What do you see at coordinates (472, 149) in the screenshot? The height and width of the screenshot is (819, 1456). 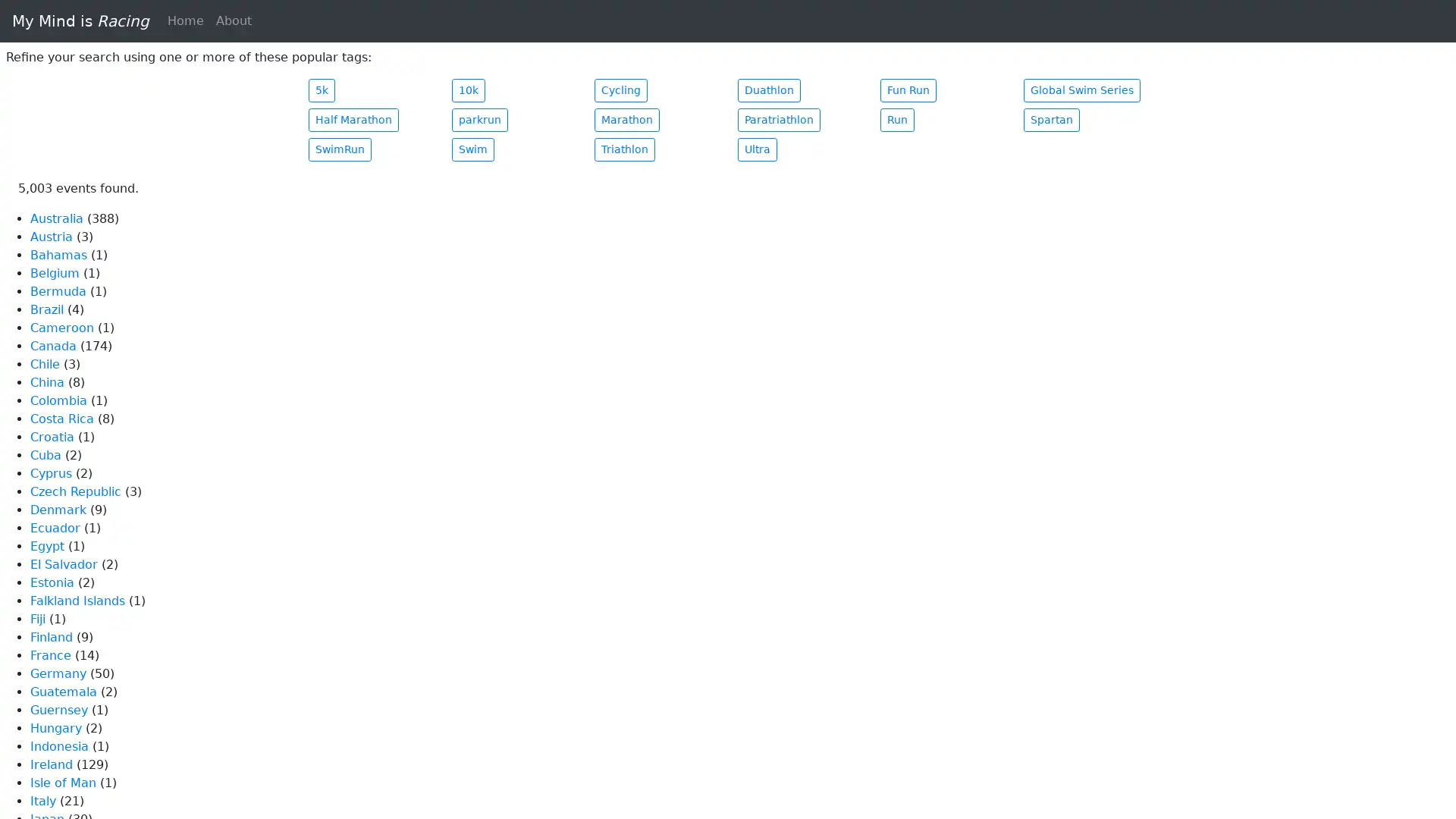 I see `Swim` at bounding box center [472, 149].